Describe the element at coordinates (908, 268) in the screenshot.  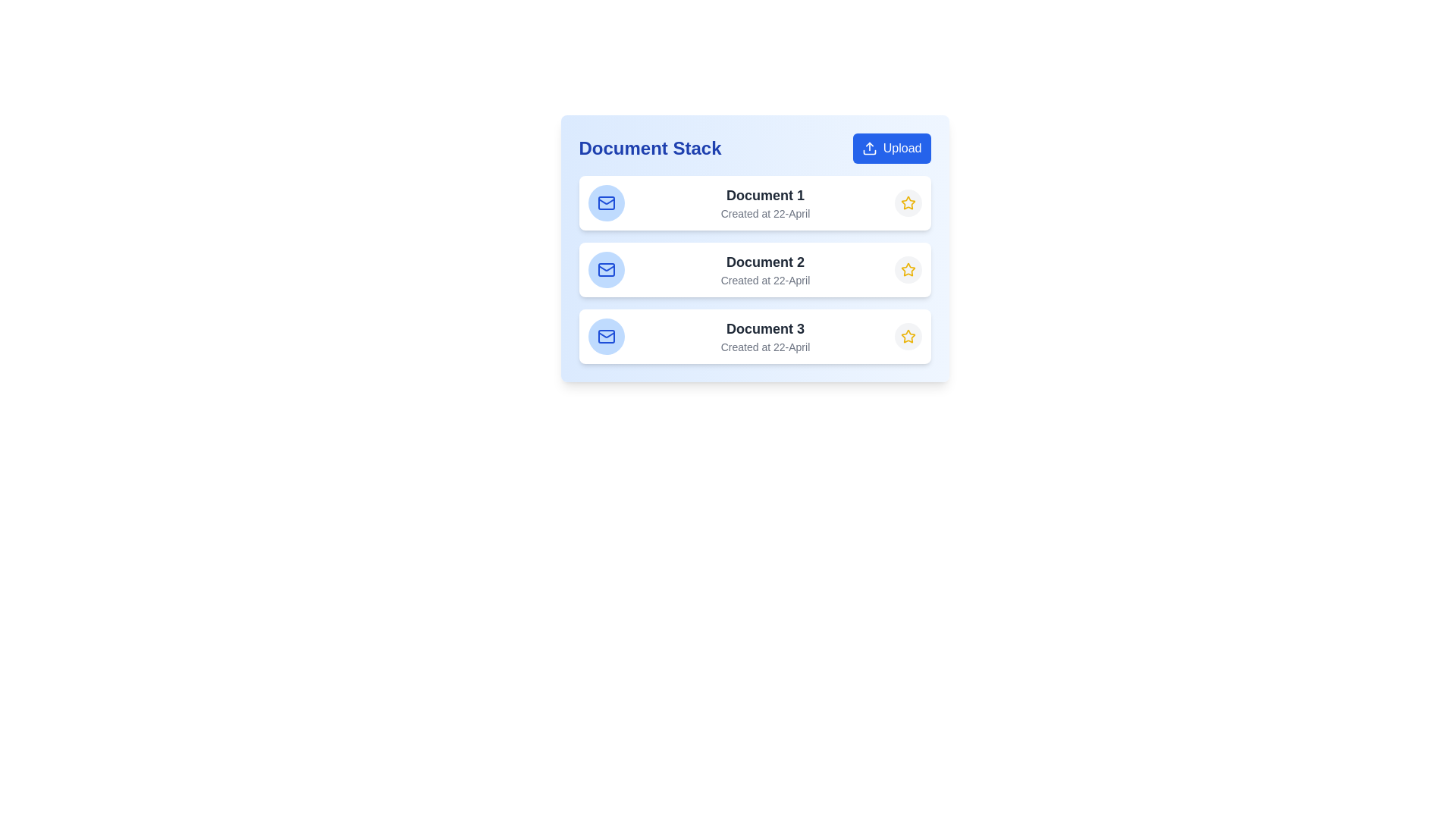
I see `the second star icon with a yellow outline located to the right of 'Document 2'` at that location.